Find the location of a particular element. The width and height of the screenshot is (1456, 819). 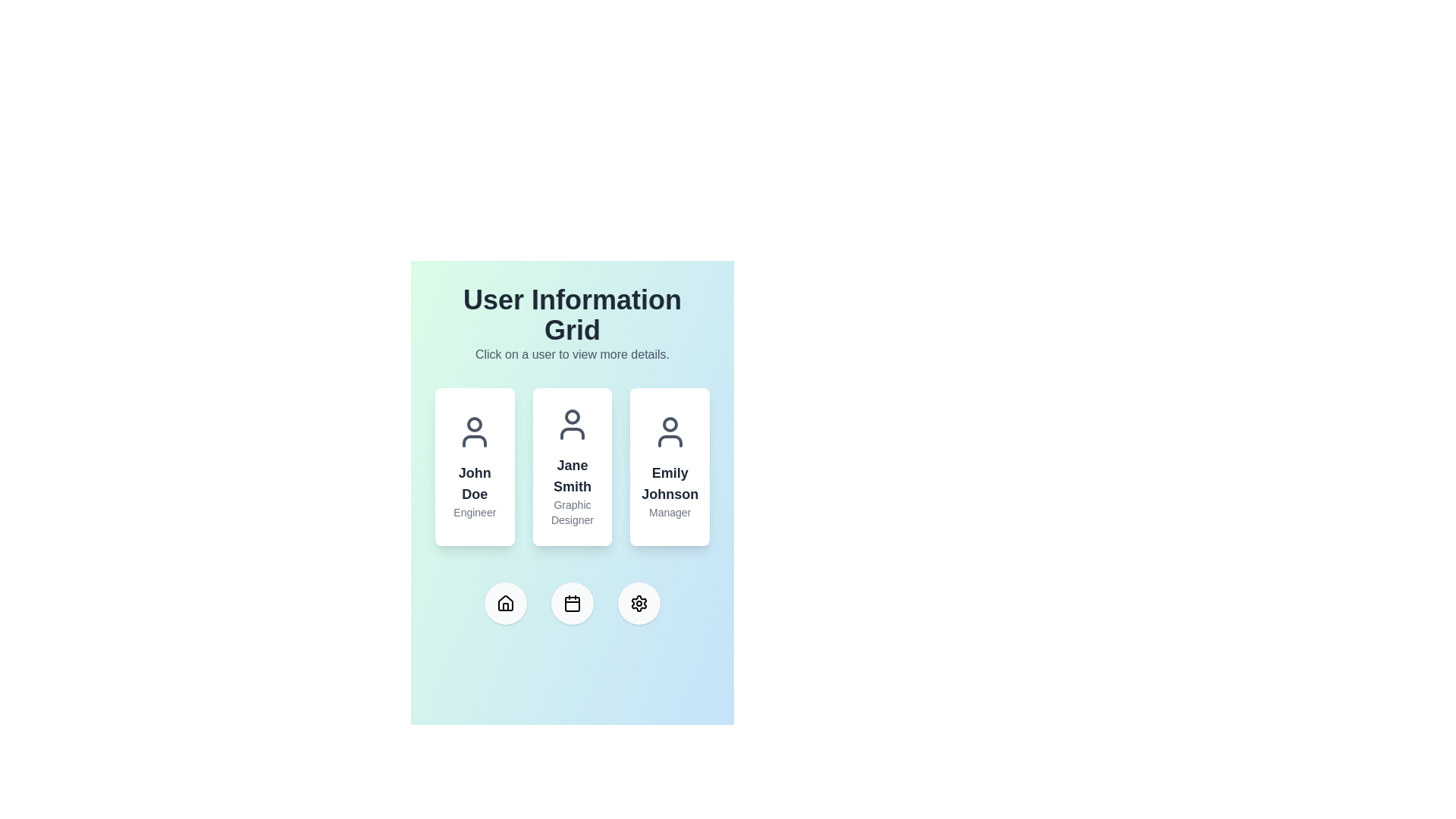

the SVG Circle element that represents the user profile icon within the user card, located at the center of the circular head portion of the icon is located at coordinates (571, 417).